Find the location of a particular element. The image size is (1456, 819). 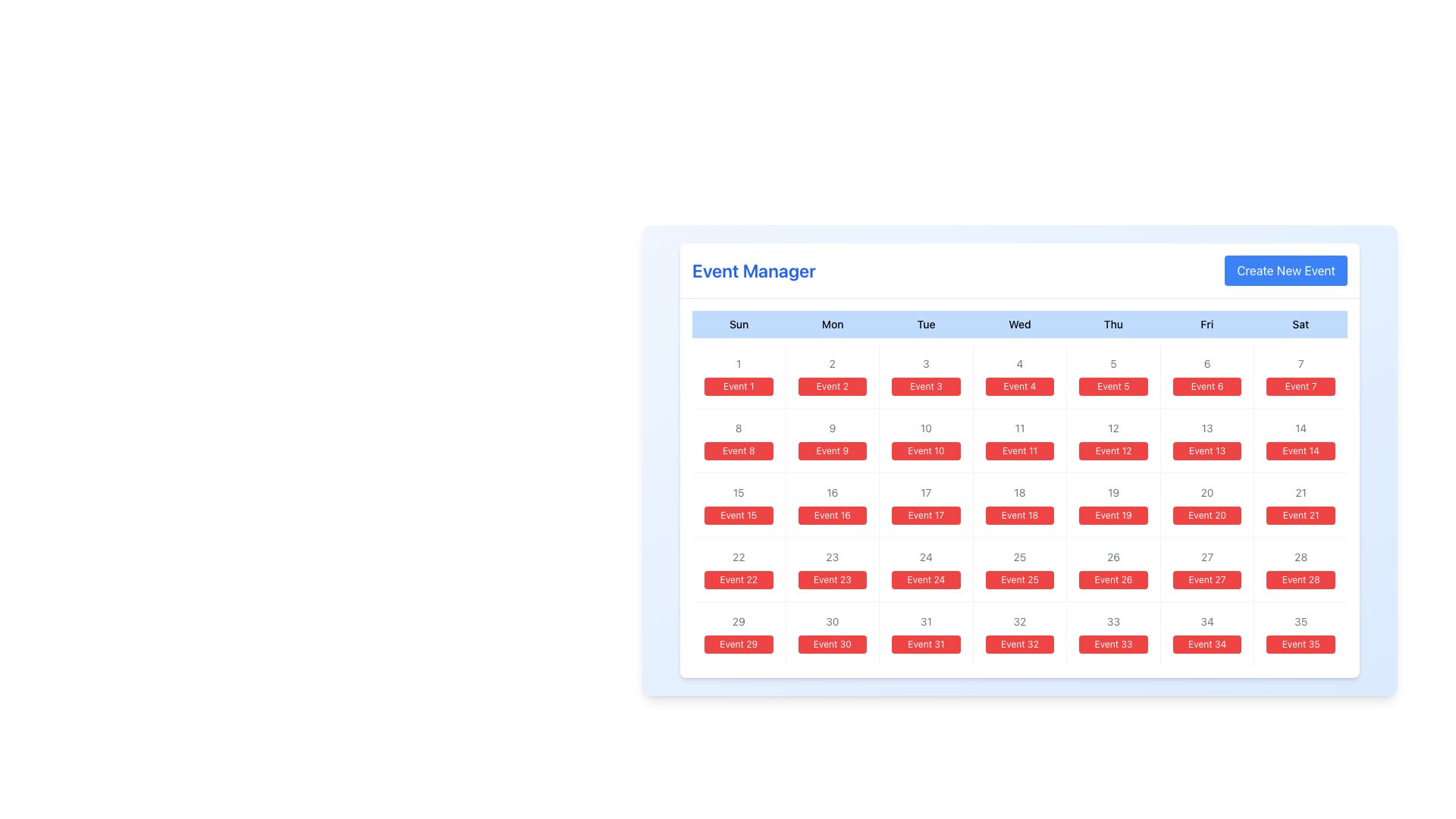

the Calendar date cell for the 25th day, which is located in the seventh row and third column under the header 'Wed' is located at coordinates (1019, 570).